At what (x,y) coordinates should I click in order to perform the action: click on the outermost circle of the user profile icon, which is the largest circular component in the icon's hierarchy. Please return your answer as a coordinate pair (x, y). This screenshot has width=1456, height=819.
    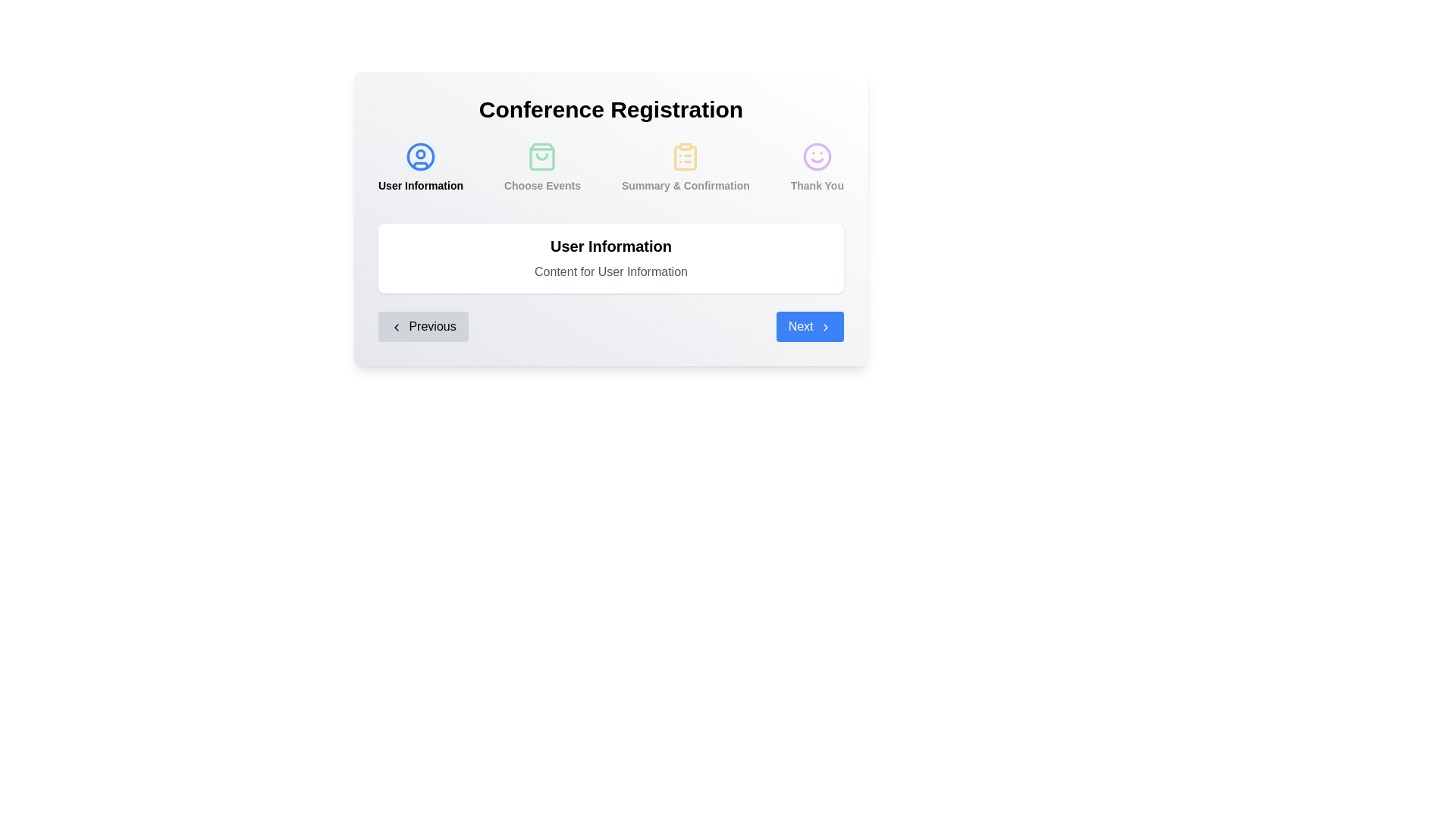
    Looking at the image, I should click on (421, 157).